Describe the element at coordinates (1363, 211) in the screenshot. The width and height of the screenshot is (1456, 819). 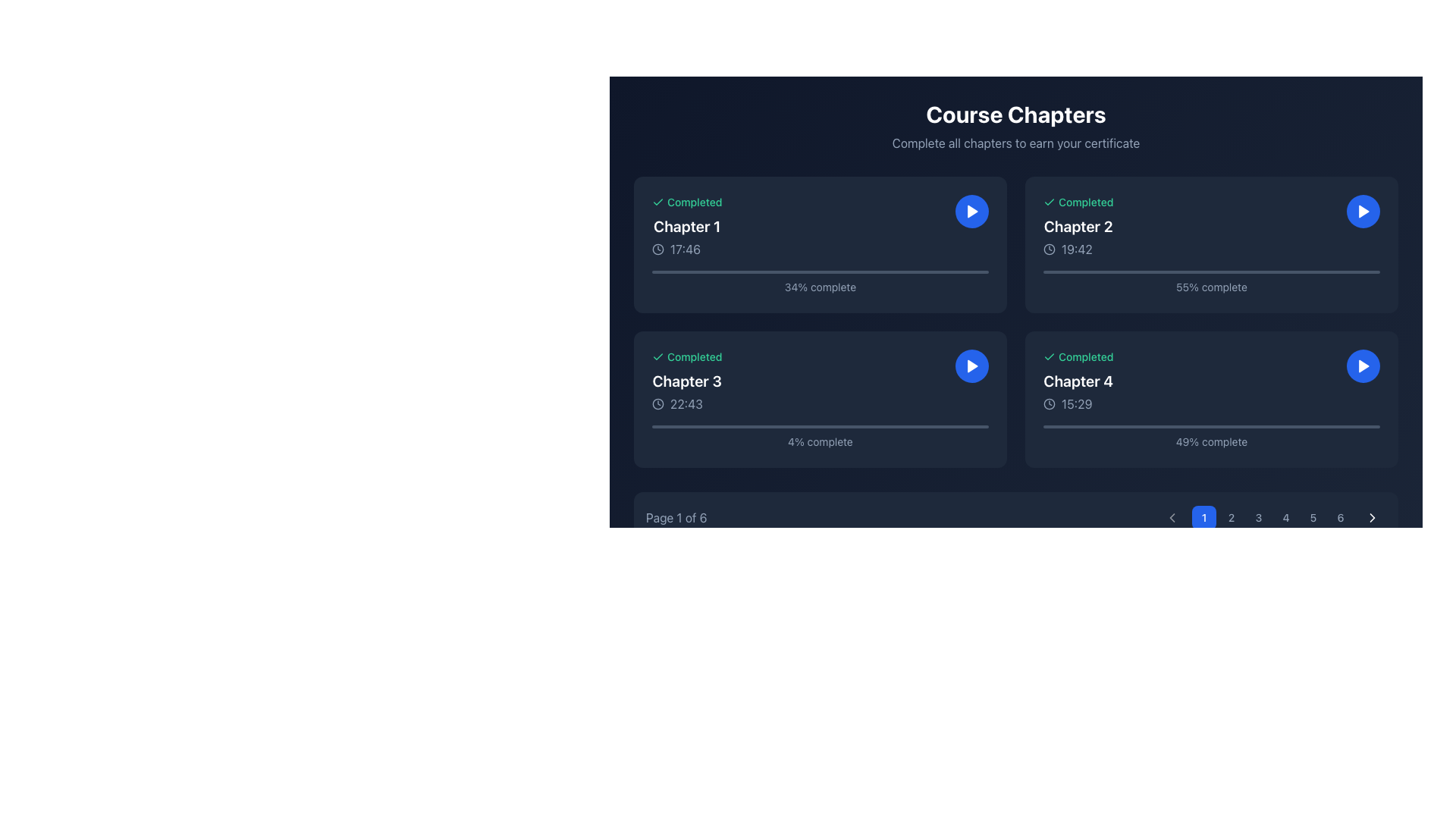
I see `the play button for Chapter 2, located at the top-right corner of its card` at that location.